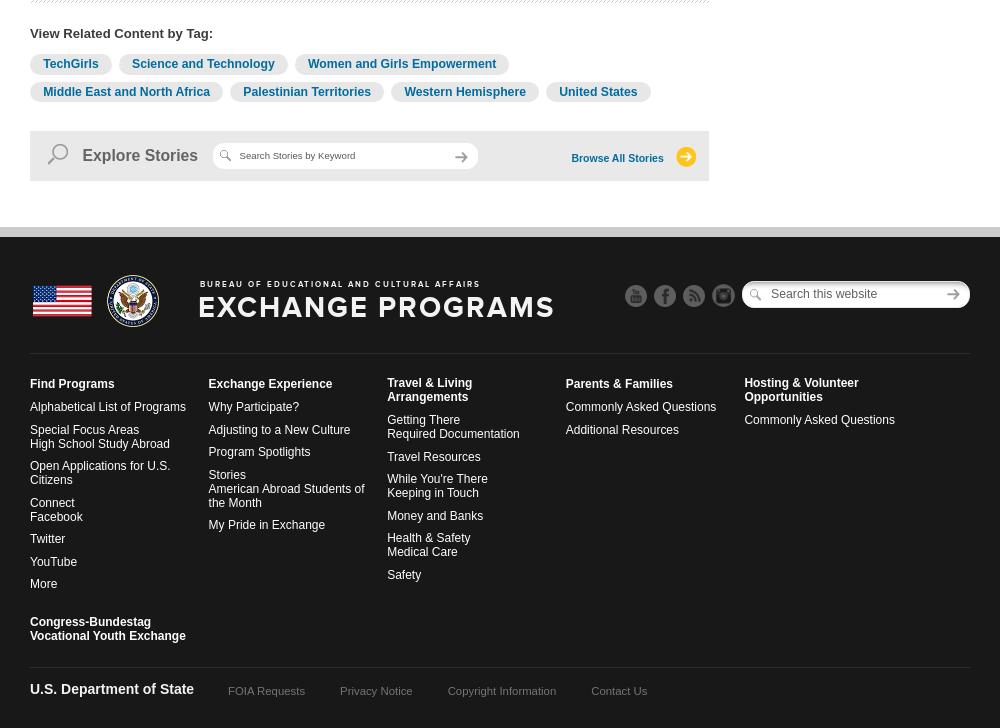 This screenshot has height=728, width=1000. I want to click on 'Medical Care', so click(387, 551).